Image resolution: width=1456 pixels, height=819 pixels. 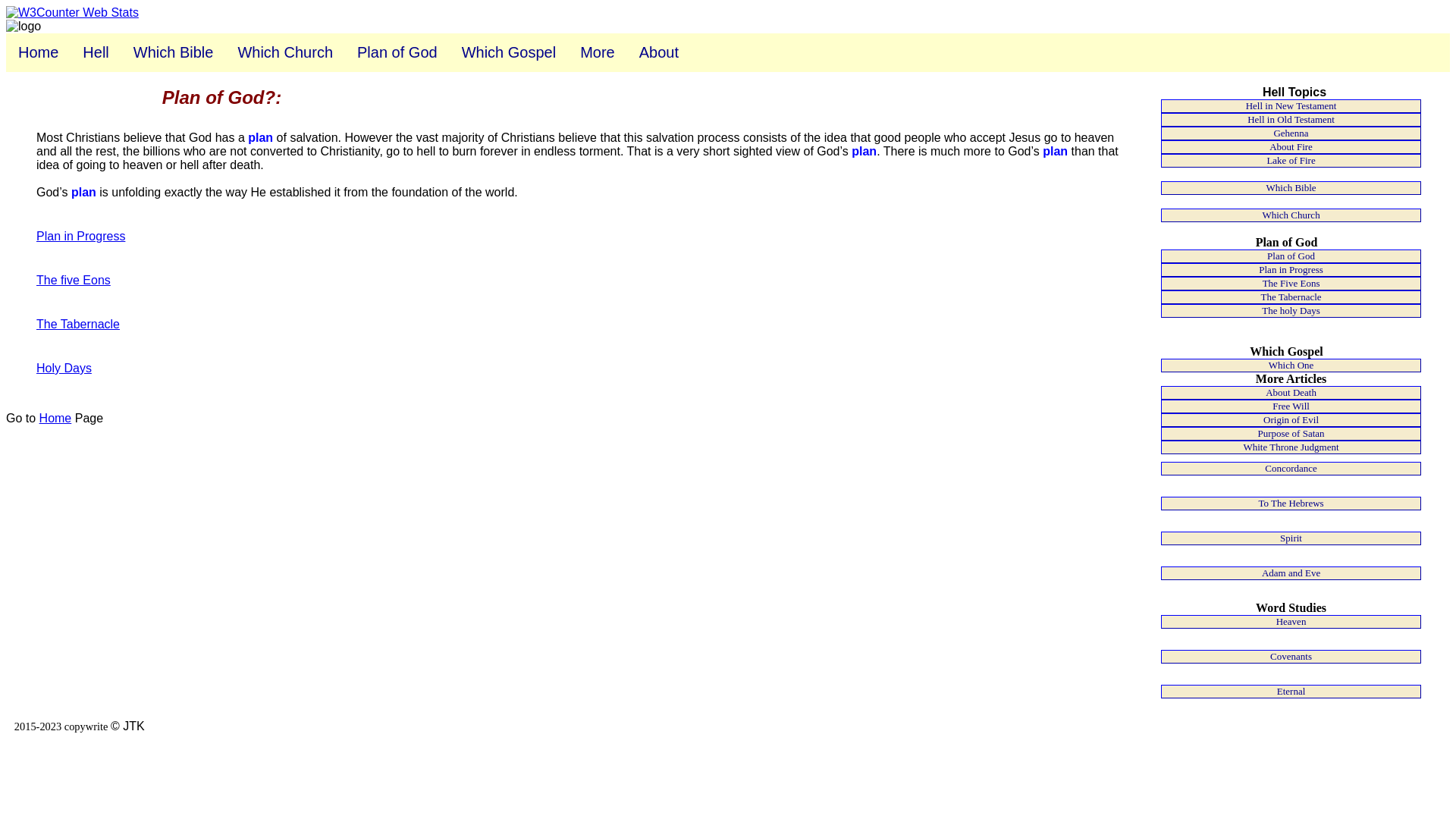 I want to click on 'Heaven', so click(x=1290, y=622).